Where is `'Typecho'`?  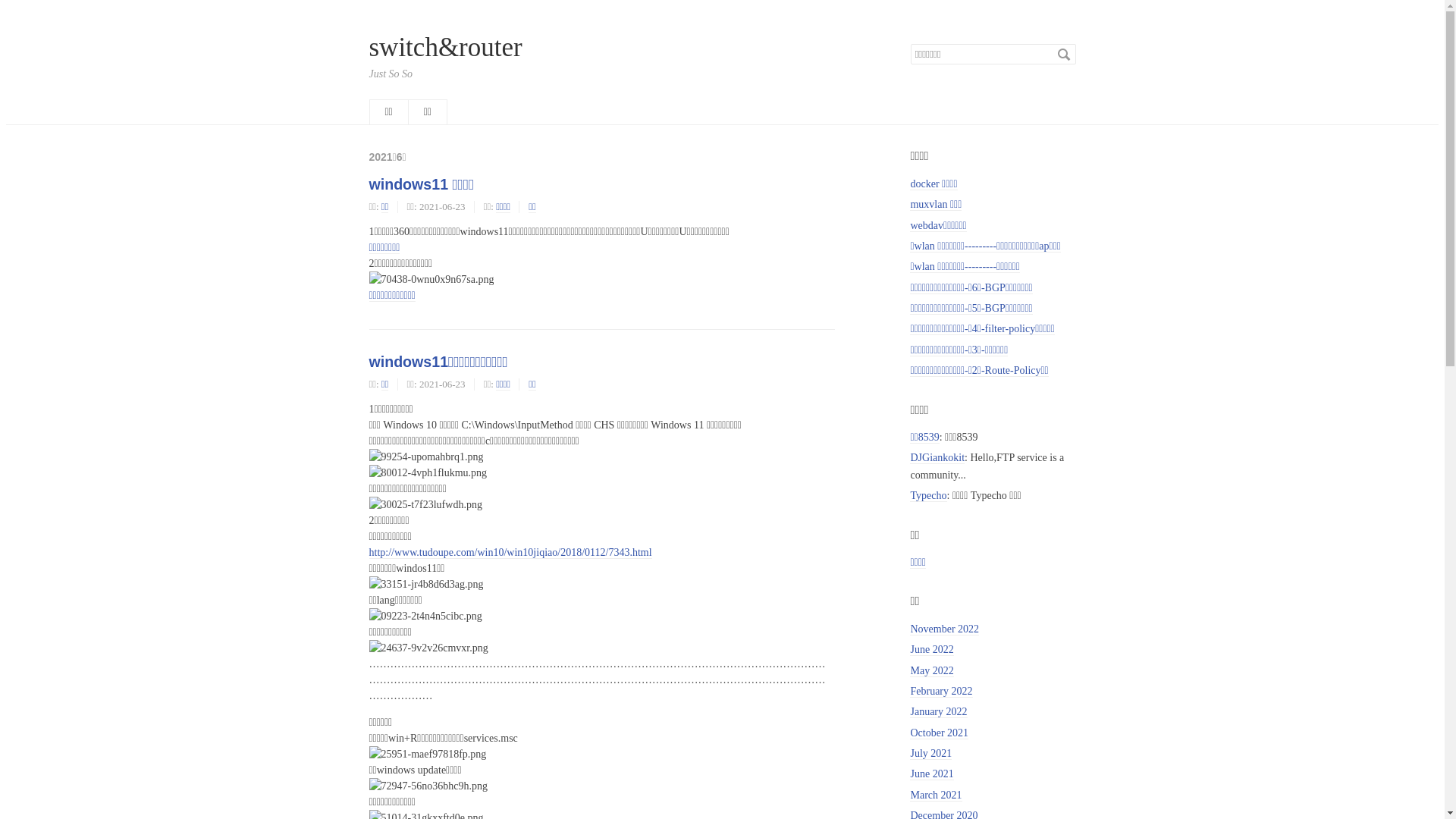 'Typecho' is located at coordinates (927, 496).